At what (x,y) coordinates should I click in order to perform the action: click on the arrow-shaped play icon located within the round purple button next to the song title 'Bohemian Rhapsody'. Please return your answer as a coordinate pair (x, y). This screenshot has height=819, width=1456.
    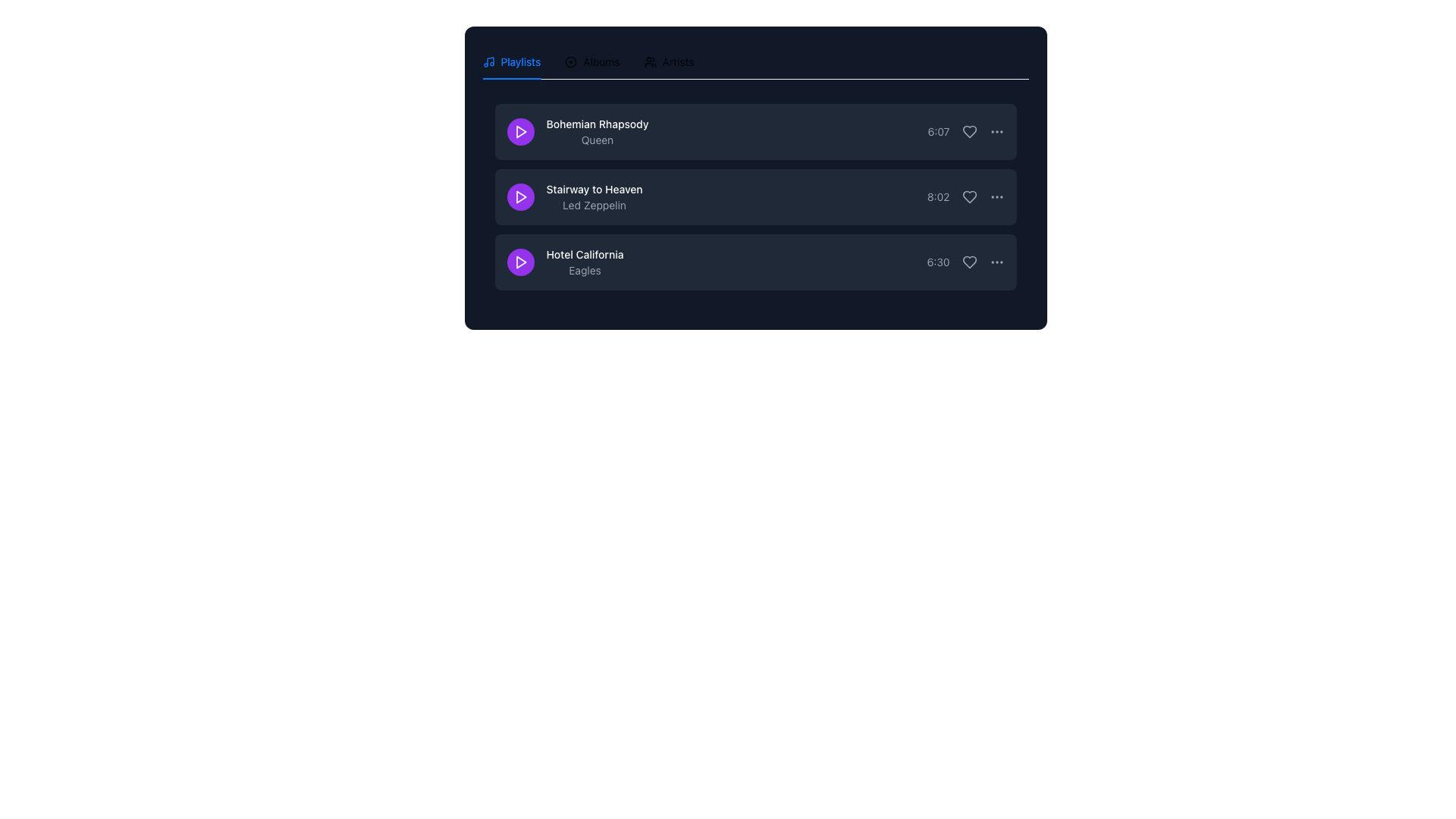
    Looking at the image, I should click on (521, 130).